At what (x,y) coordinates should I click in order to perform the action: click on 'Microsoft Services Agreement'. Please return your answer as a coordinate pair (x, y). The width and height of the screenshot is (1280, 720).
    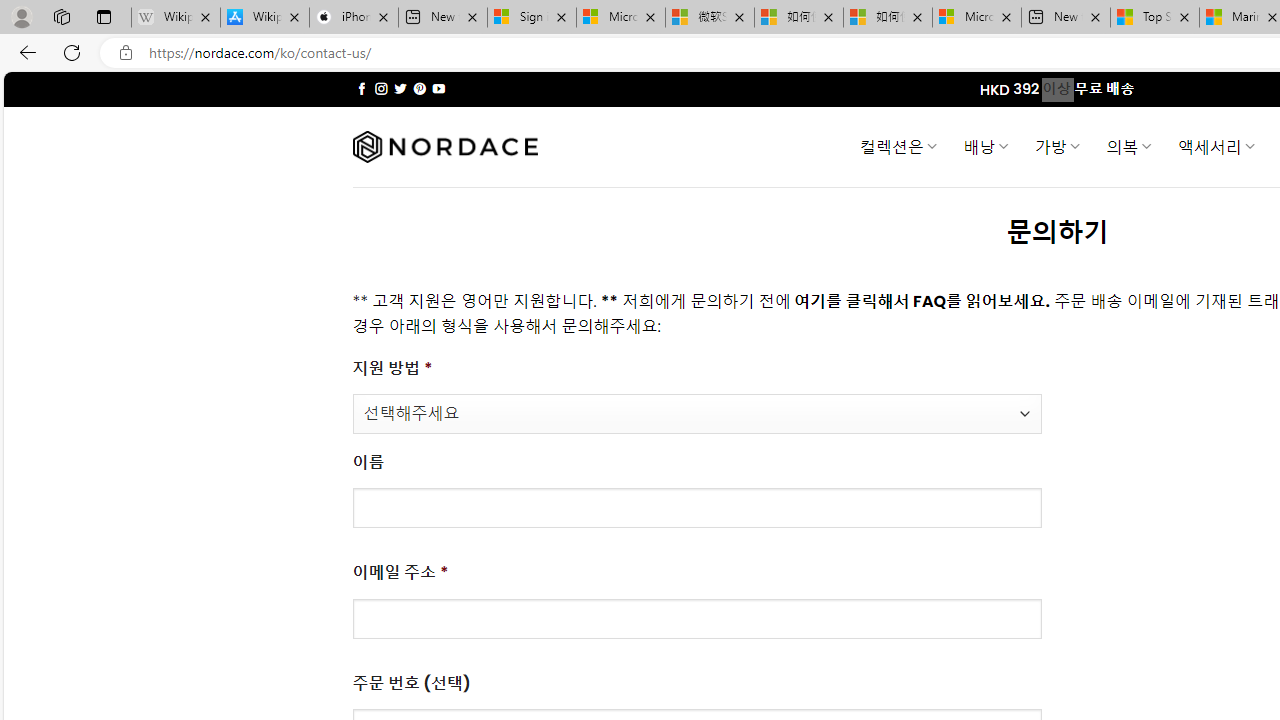
    Looking at the image, I should click on (620, 17).